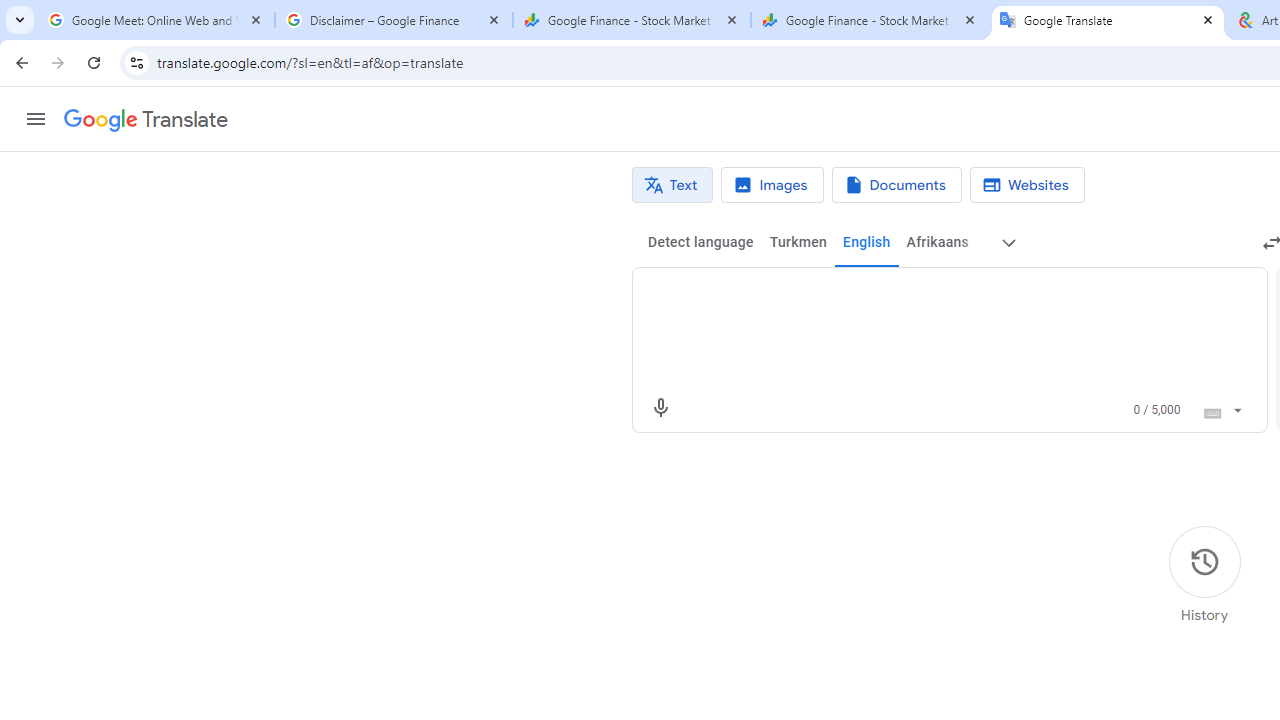  What do you see at coordinates (1008, 242) in the screenshot?
I see `'More source languages'` at bounding box center [1008, 242].